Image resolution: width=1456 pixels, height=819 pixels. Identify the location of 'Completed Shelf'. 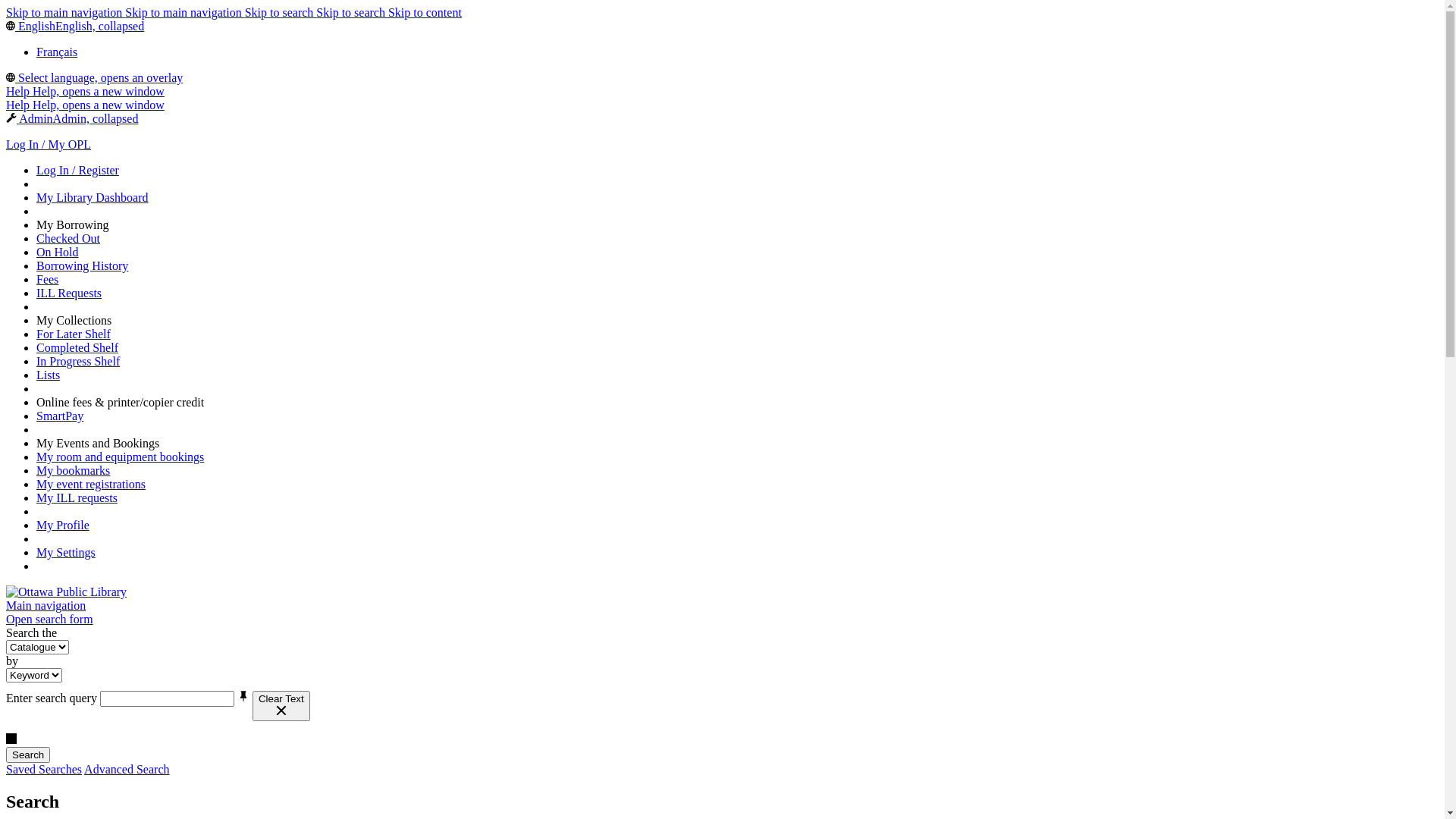
(76, 347).